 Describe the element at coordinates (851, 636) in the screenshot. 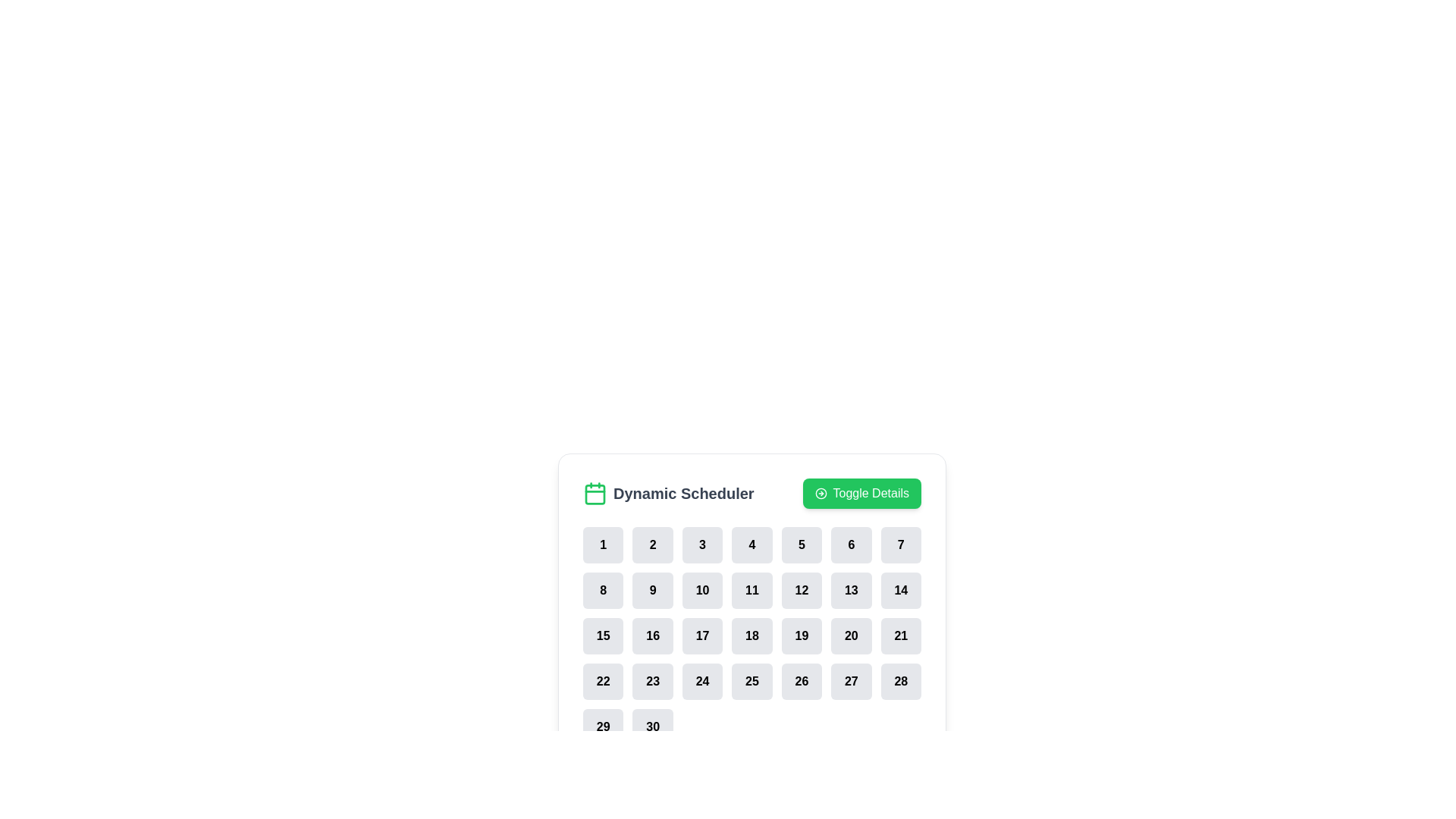

I see `the rectangular button with rounded corners and black text '20'` at that location.